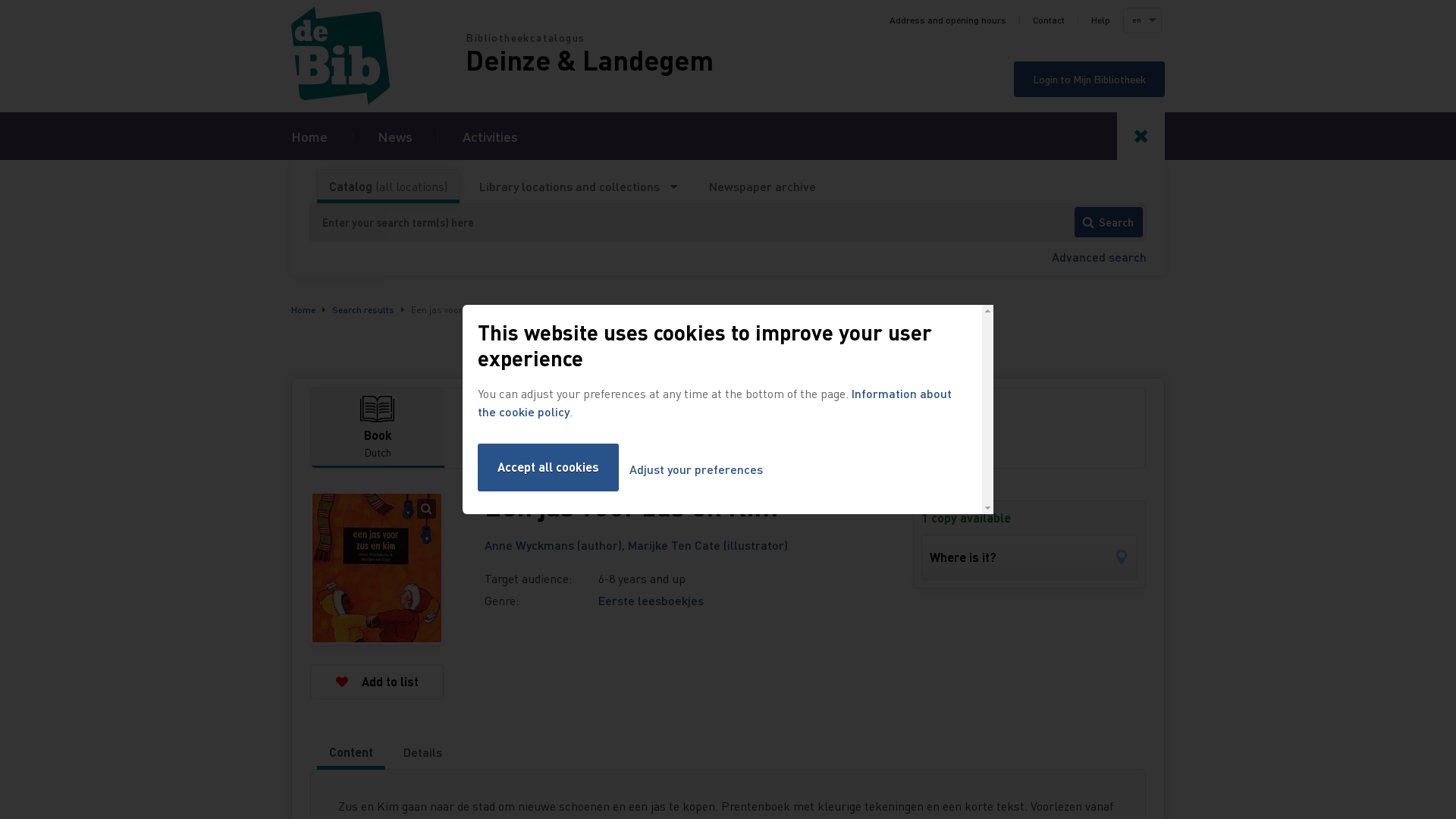  I want to click on 'Advanced search', so click(1099, 256).